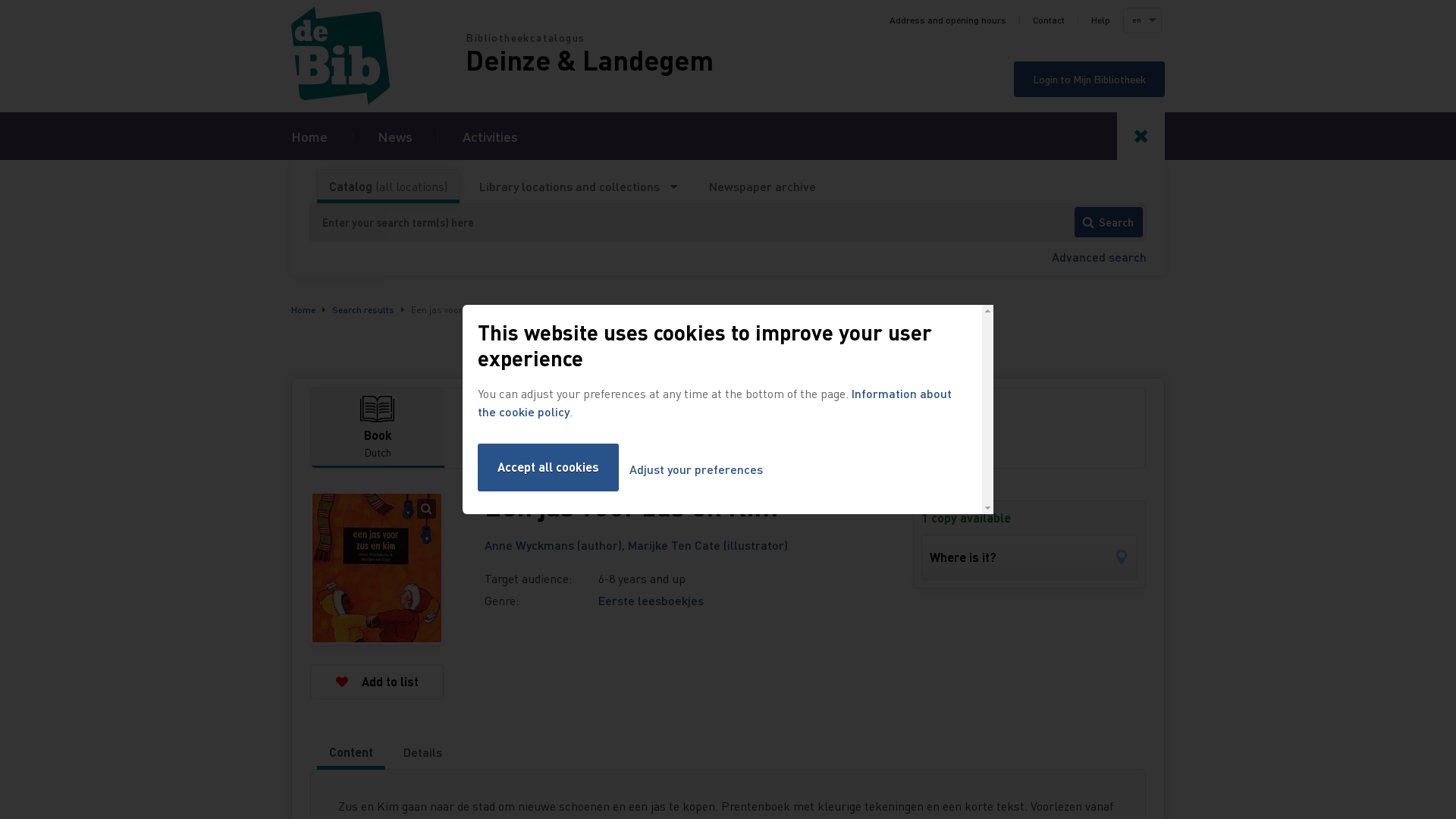  I want to click on 'Advanced search', so click(1099, 256).